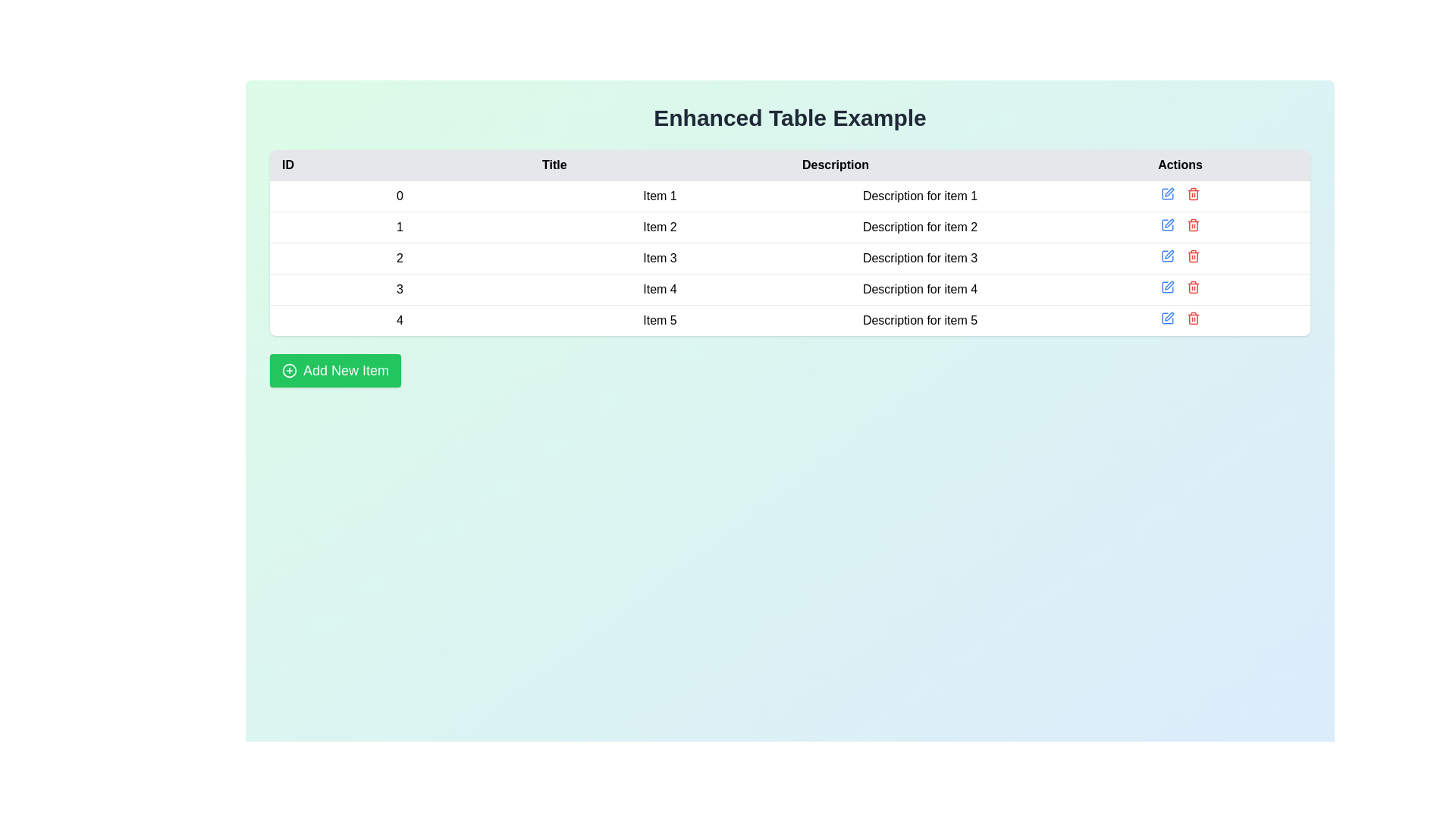 This screenshot has width=1456, height=819. Describe the element at coordinates (919, 195) in the screenshot. I see `the static text field in the third column of the table that displays a description for 'Item 1', which is located in the first data row` at that location.